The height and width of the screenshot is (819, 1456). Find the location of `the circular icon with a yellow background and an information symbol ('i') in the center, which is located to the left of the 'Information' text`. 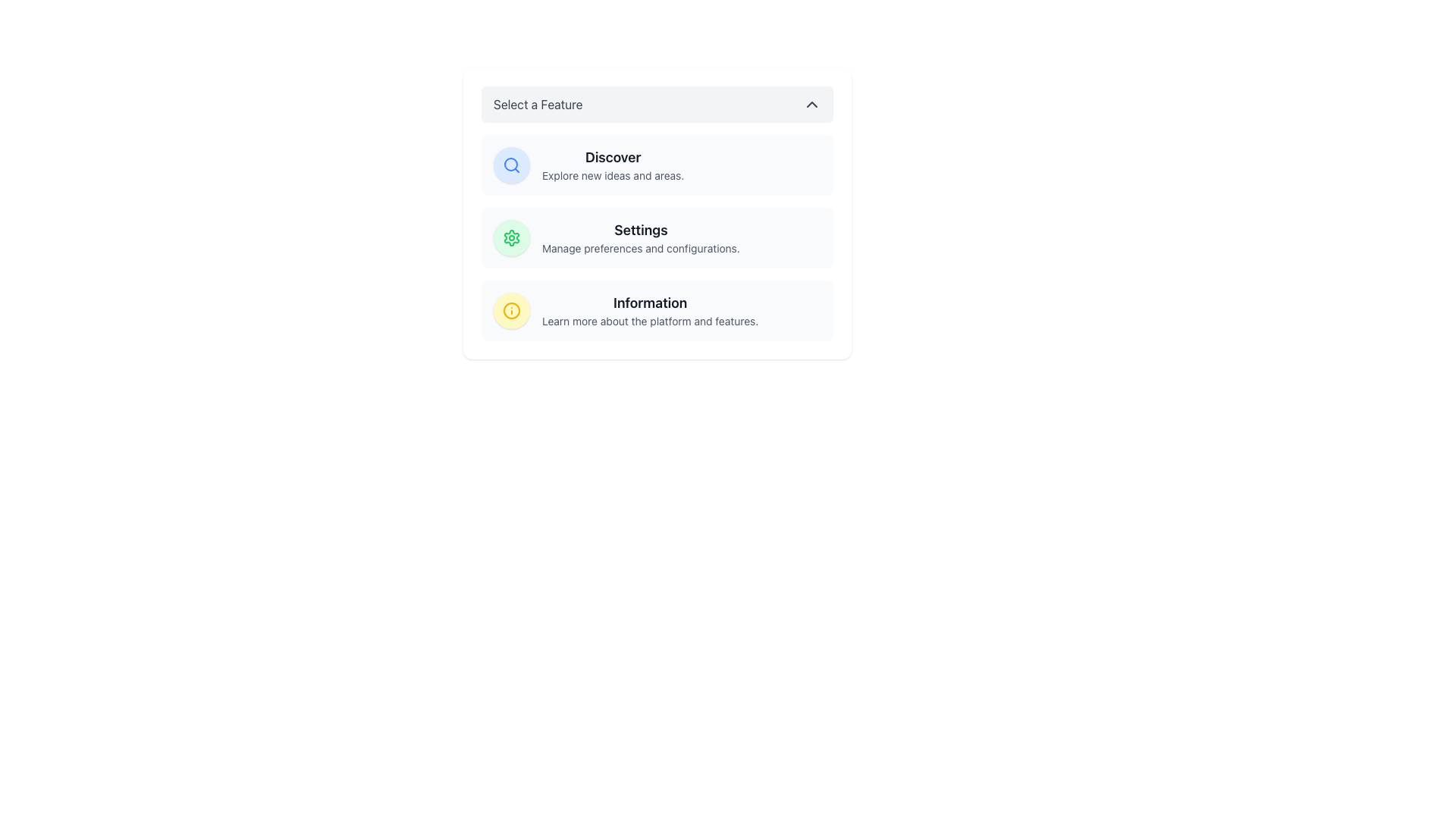

the circular icon with a yellow background and an information symbol ('i') in the center, which is located to the left of the 'Information' text is located at coordinates (512, 309).